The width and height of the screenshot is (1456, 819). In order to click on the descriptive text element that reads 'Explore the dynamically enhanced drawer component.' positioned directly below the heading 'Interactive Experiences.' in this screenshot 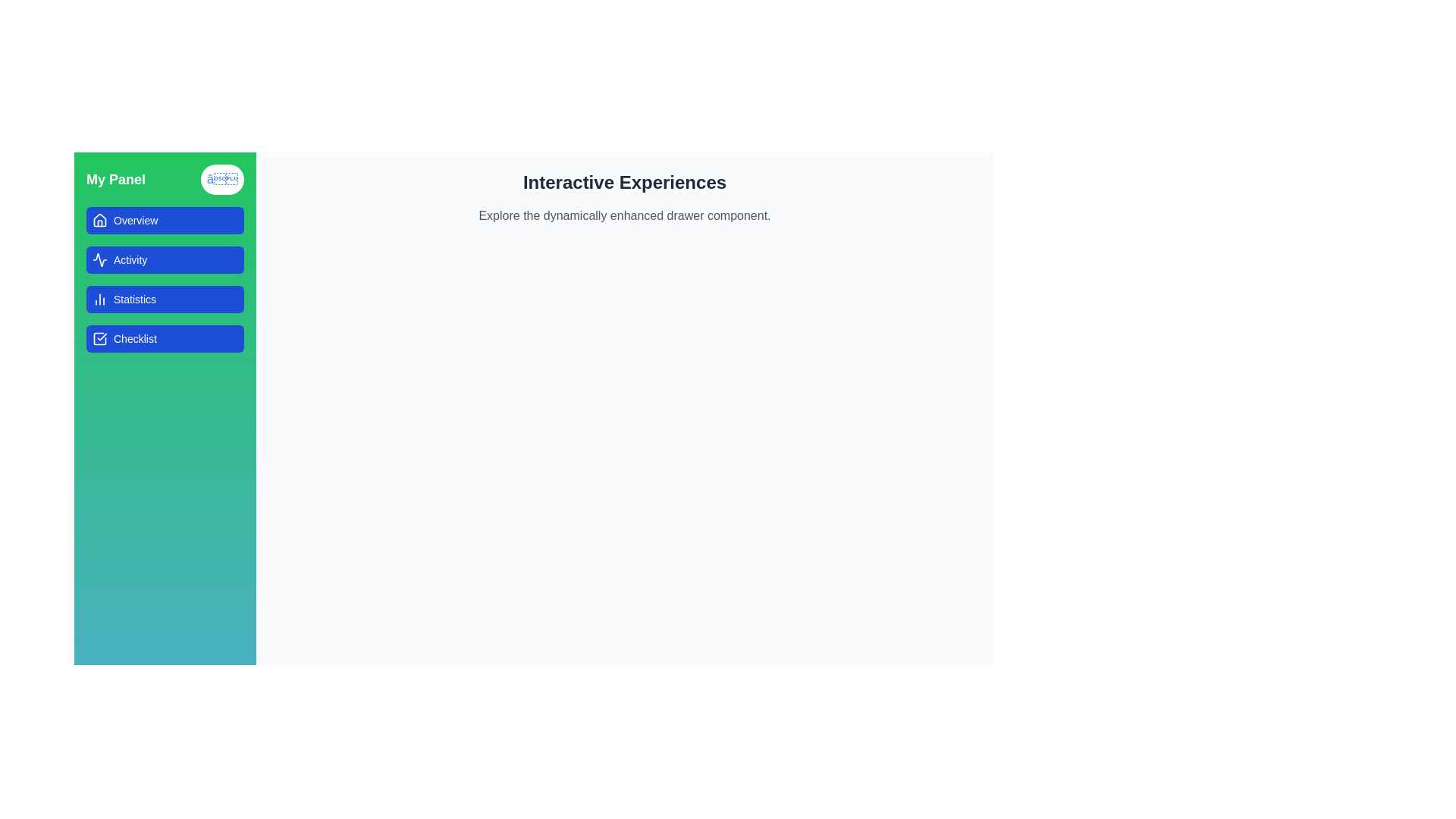, I will do `click(625, 216)`.